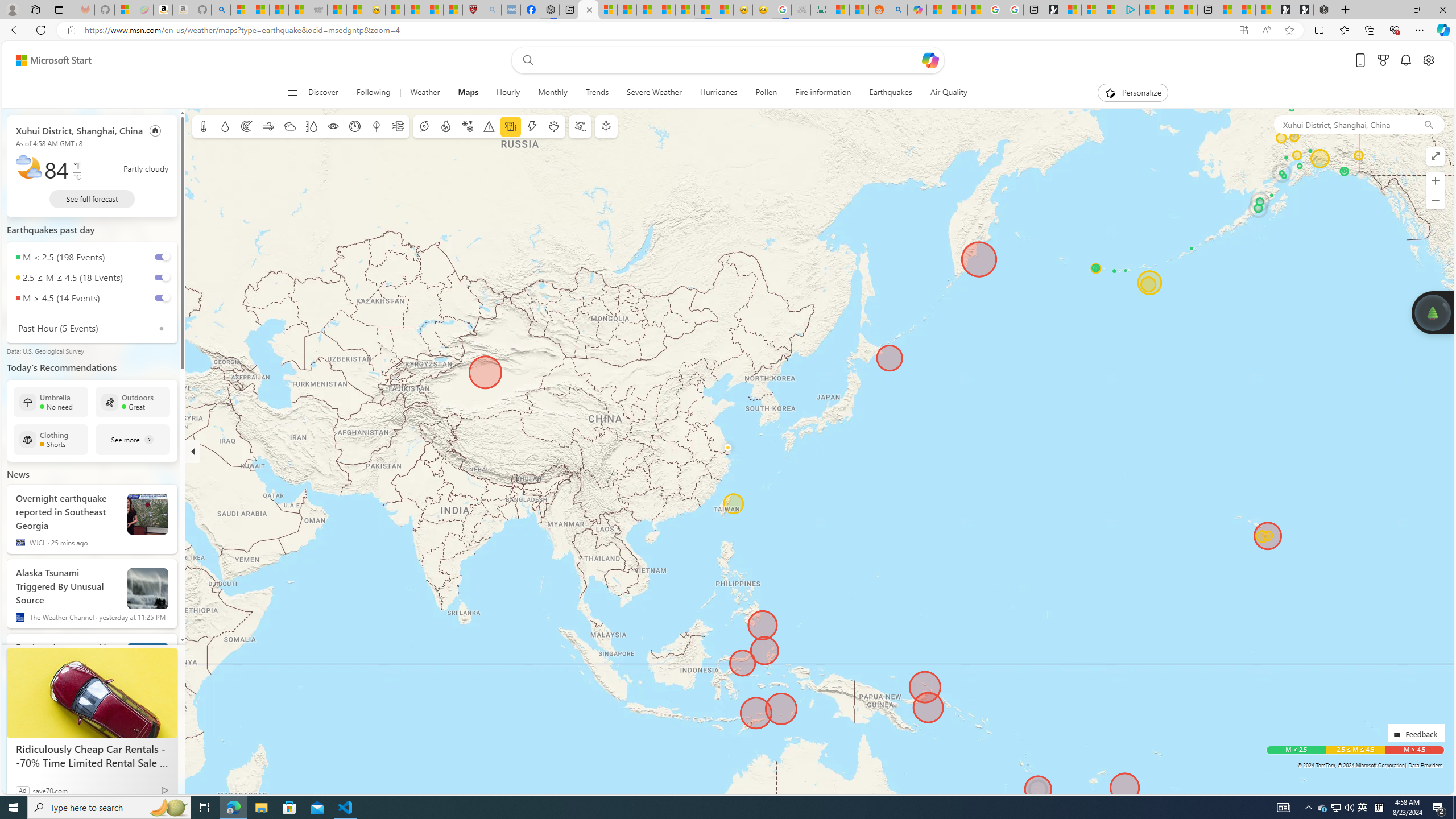  I want to click on 'Zoom in', so click(1435, 180).